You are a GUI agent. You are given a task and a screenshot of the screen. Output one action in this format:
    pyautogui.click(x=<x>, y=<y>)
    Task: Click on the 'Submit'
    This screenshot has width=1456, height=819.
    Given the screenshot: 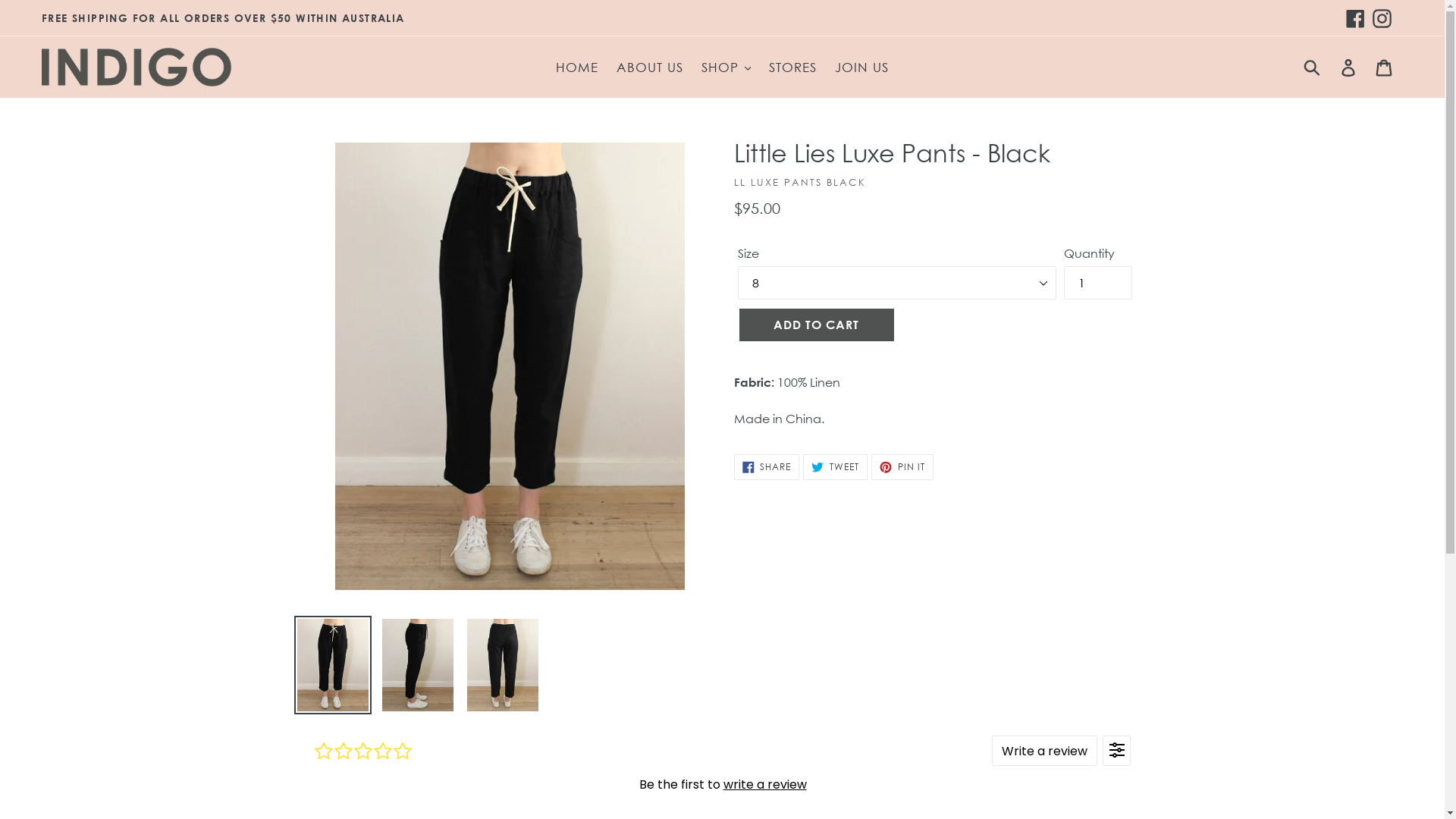 What is the action you would take?
    pyautogui.click(x=1312, y=66)
    